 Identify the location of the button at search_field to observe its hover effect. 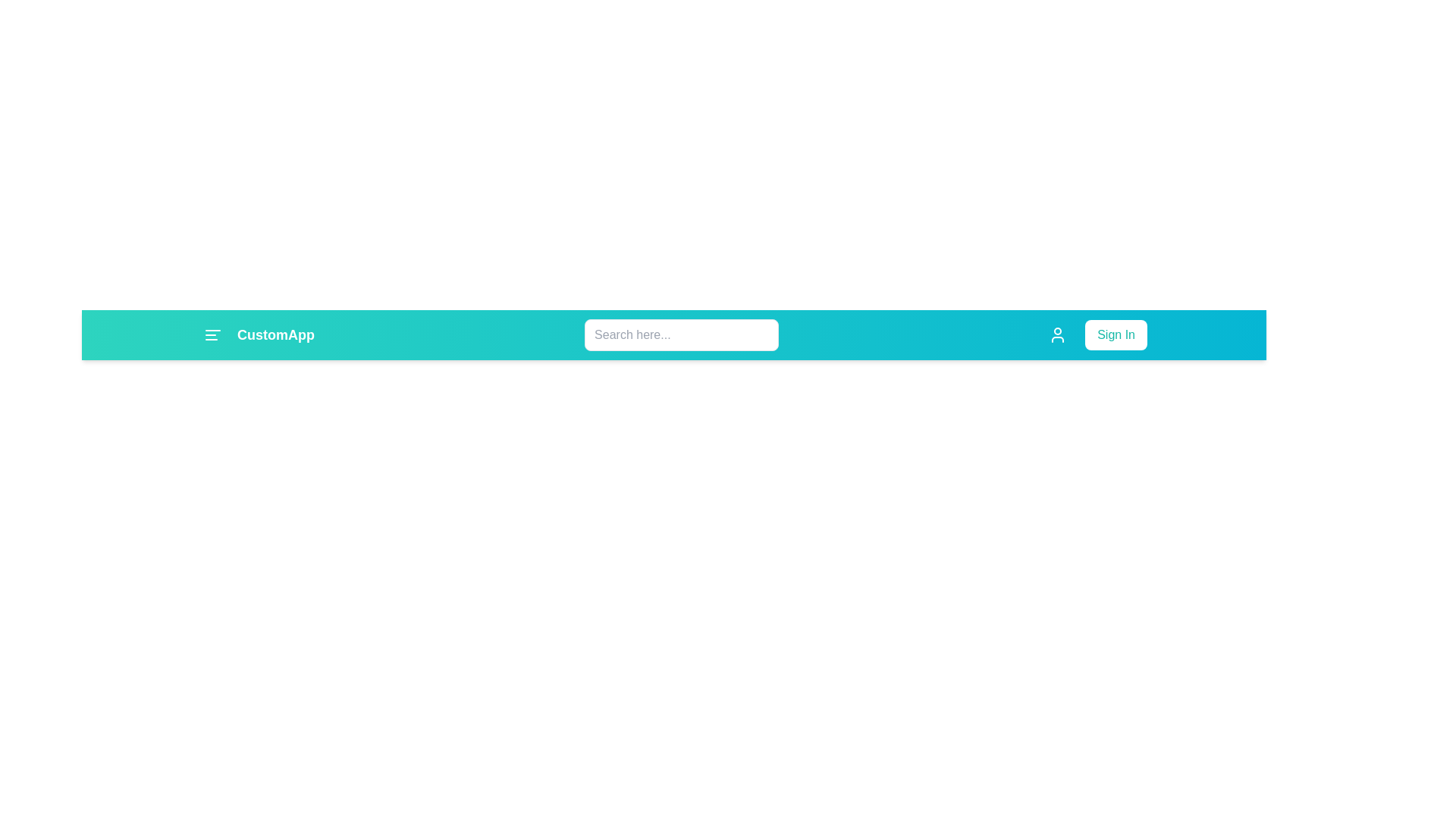
(680, 334).